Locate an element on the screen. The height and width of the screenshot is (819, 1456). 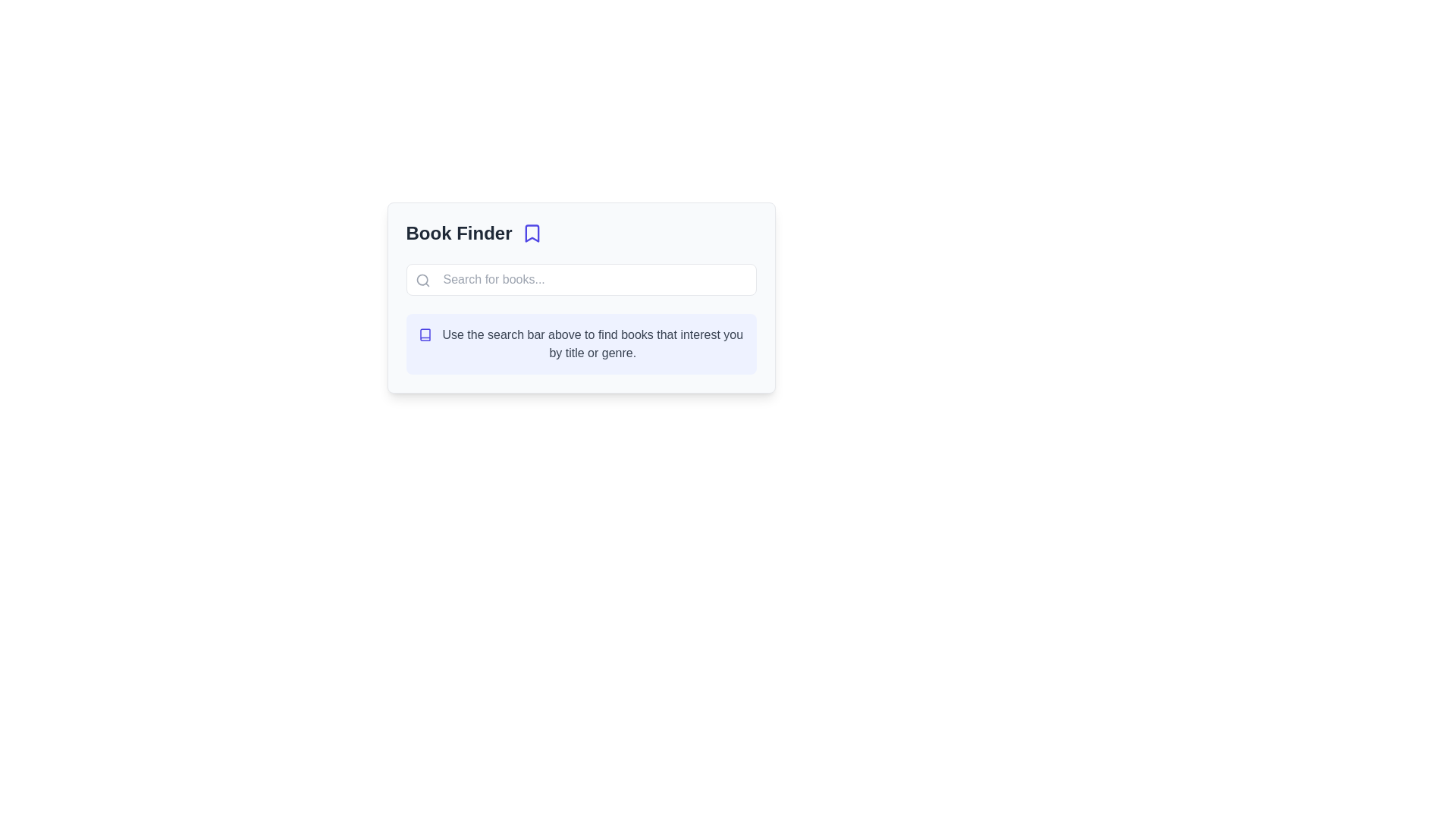
guidance text in the Notification box located at the bottom of the layout under the search bar is located at coordinates (580, 344).